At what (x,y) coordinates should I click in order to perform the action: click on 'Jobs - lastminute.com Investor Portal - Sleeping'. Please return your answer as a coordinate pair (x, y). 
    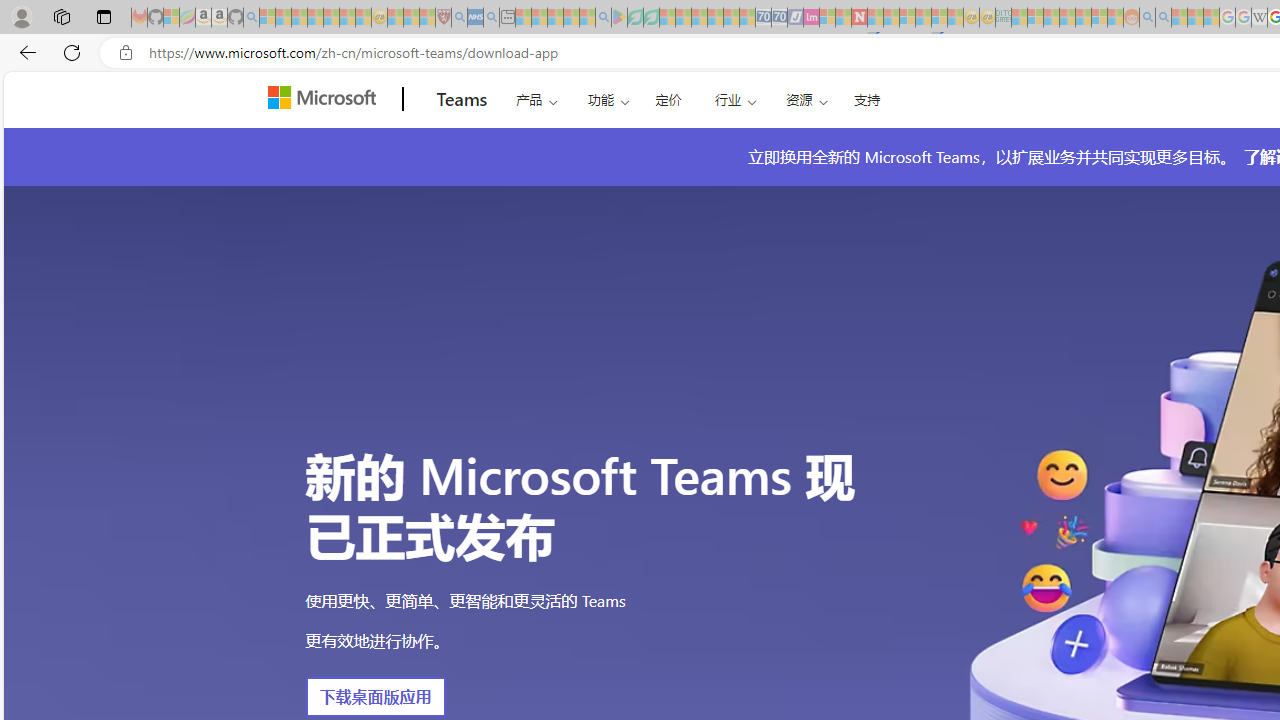
    Looking at the image, I should click on (811, 17).